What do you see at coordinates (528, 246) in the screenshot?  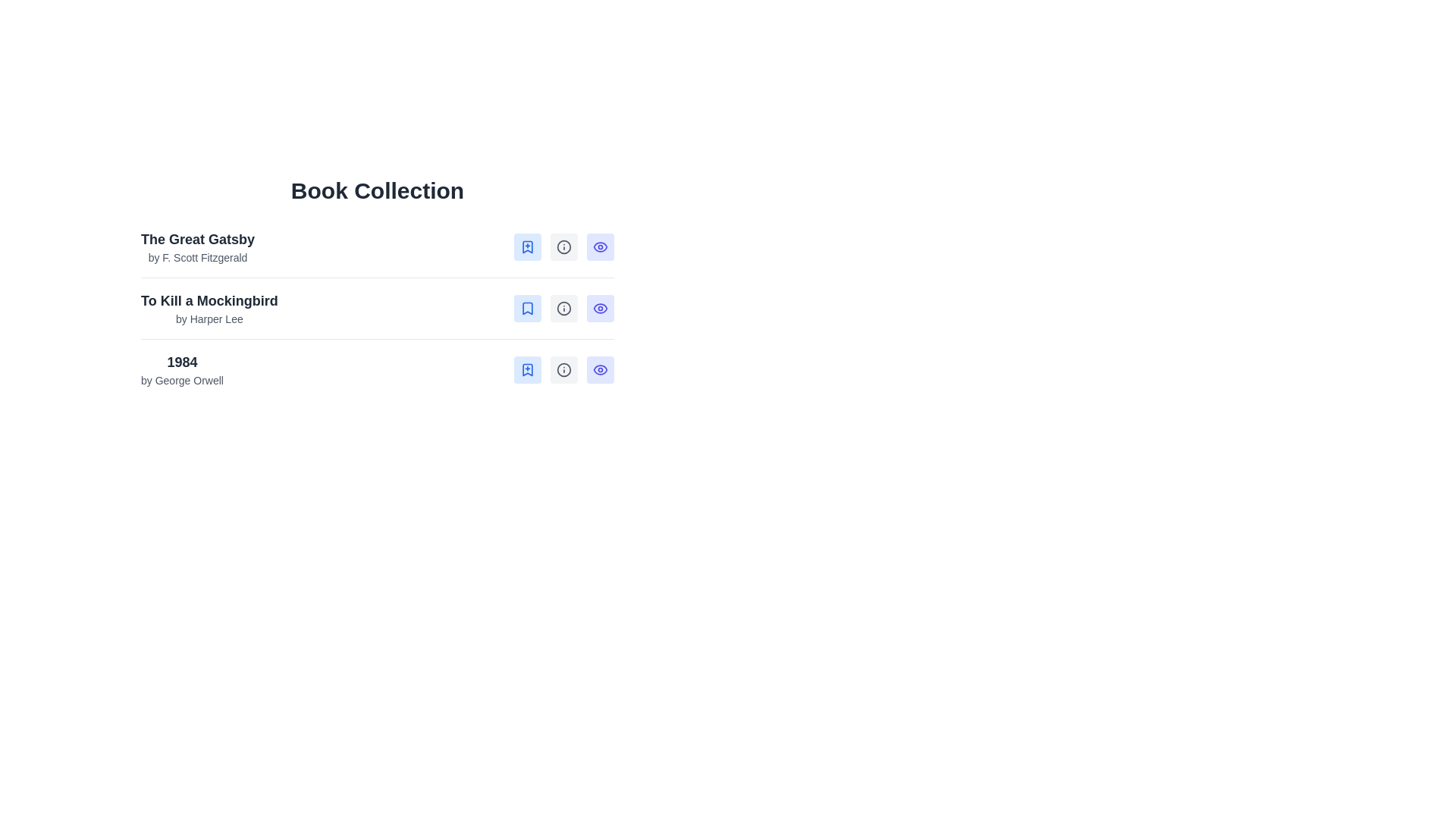 I see `the button located in the top row of the 'Book Collection' list to the right of 'The Great Gatsby' to bookmark the corresponding item` at bounding box center [528, 246].